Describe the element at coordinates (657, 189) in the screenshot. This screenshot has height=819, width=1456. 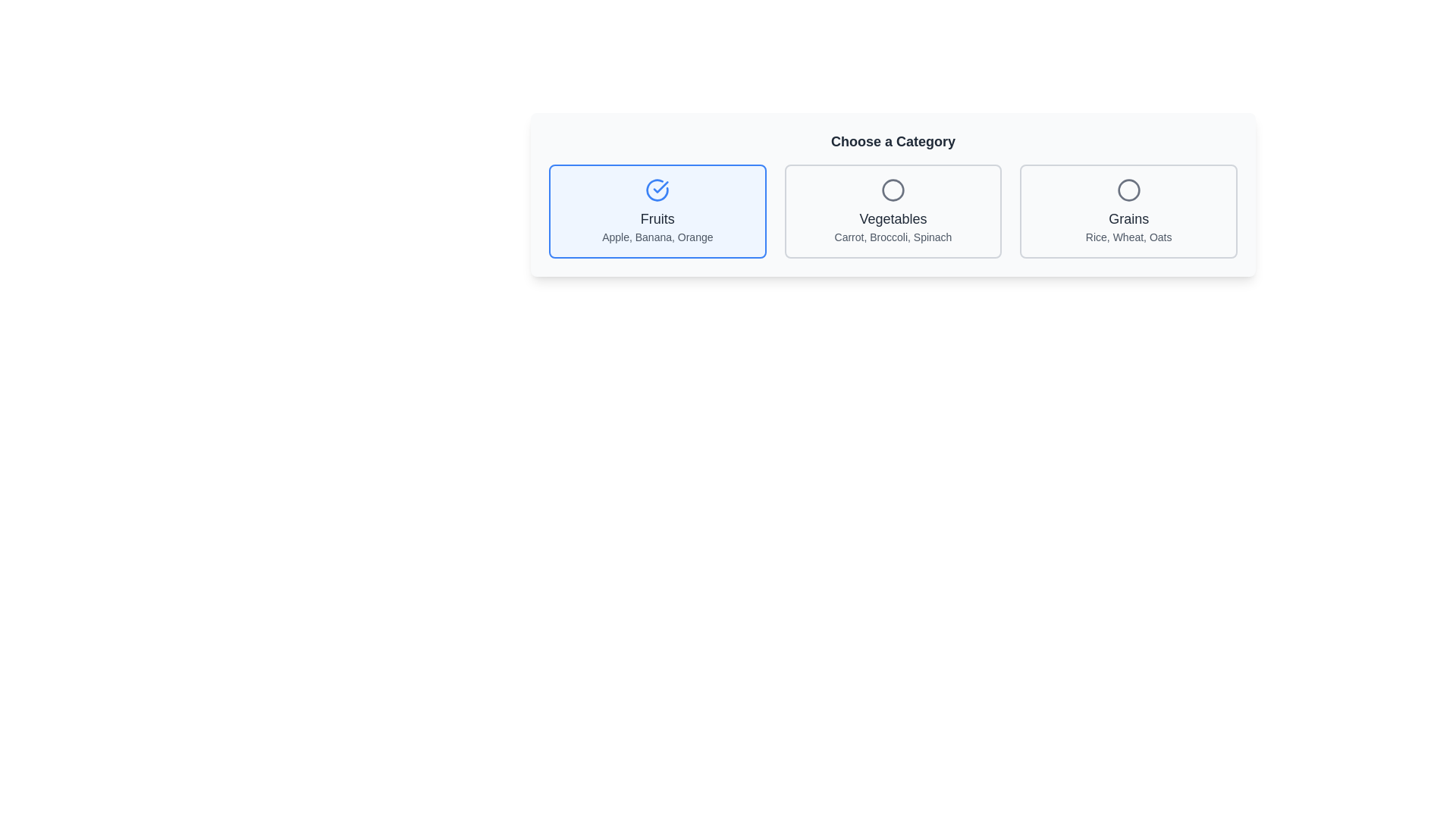
I see `the blue circular checkmark icon within the Fruits category card, located at the top of the leftmost card in the horizontal list` at that location.